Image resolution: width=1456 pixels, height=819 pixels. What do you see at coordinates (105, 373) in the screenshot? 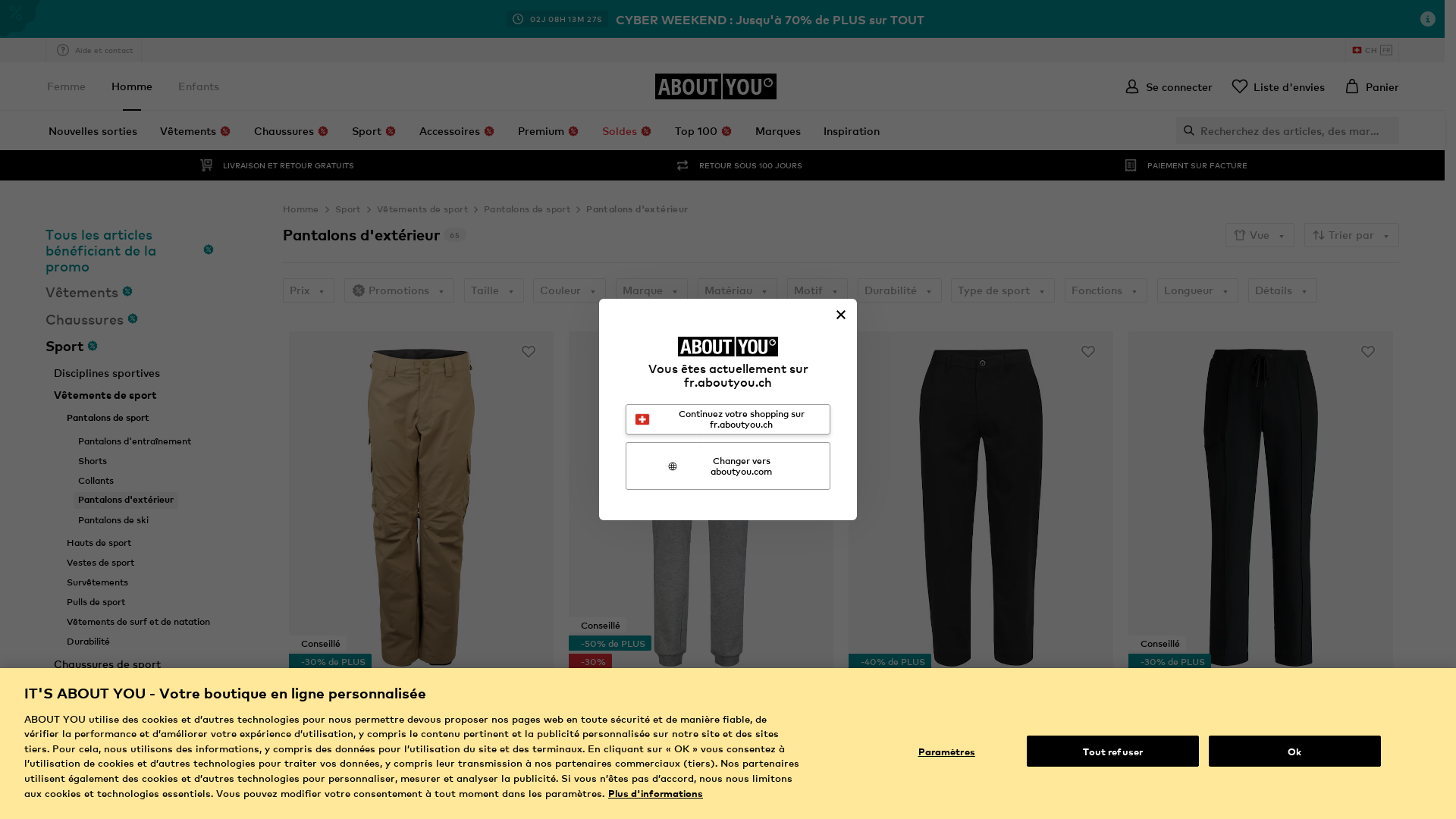
I see `'Disciplines sportives'` at bounding box center [105, 373].